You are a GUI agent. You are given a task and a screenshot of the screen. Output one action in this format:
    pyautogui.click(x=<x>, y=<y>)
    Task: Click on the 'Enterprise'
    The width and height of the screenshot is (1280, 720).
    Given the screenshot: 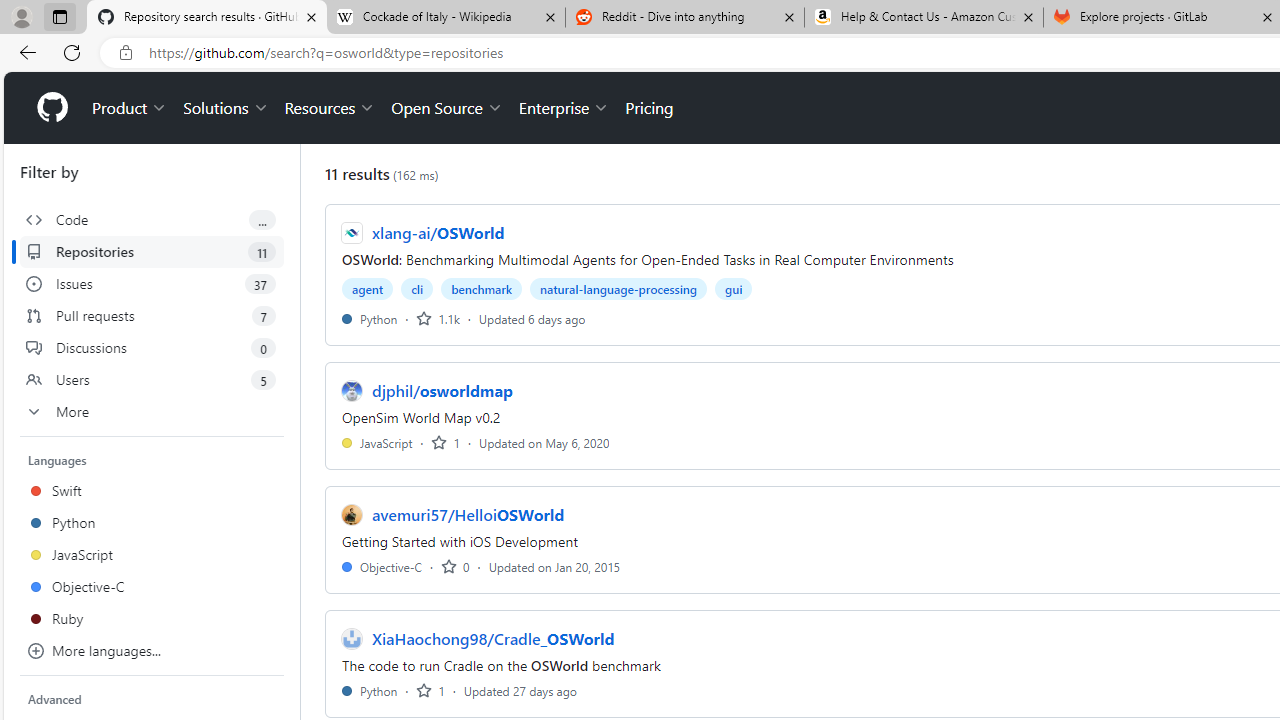 What is the action you would take?
    pyautogui.click(x=562, y=108)
    